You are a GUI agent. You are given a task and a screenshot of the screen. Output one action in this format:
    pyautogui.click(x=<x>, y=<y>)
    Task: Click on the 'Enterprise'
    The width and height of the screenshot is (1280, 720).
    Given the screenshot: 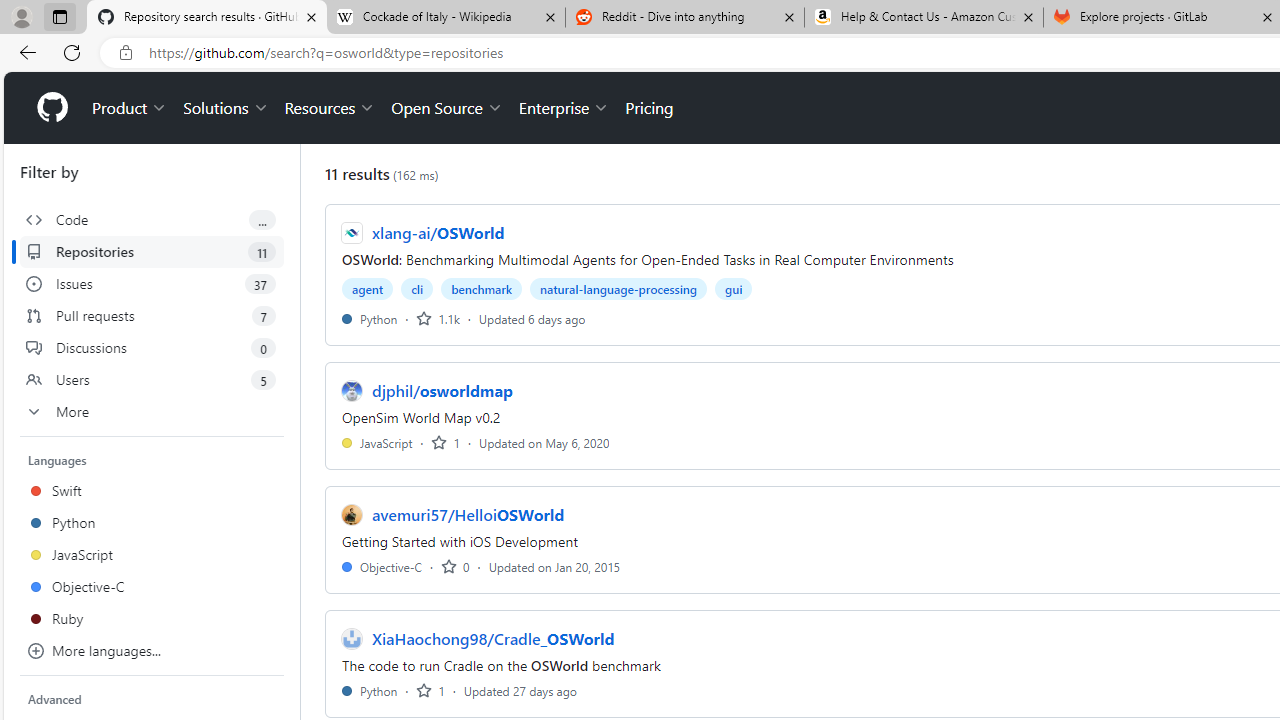 What is the action you would take?
    pyautogui.click(x=562, y=108)
    